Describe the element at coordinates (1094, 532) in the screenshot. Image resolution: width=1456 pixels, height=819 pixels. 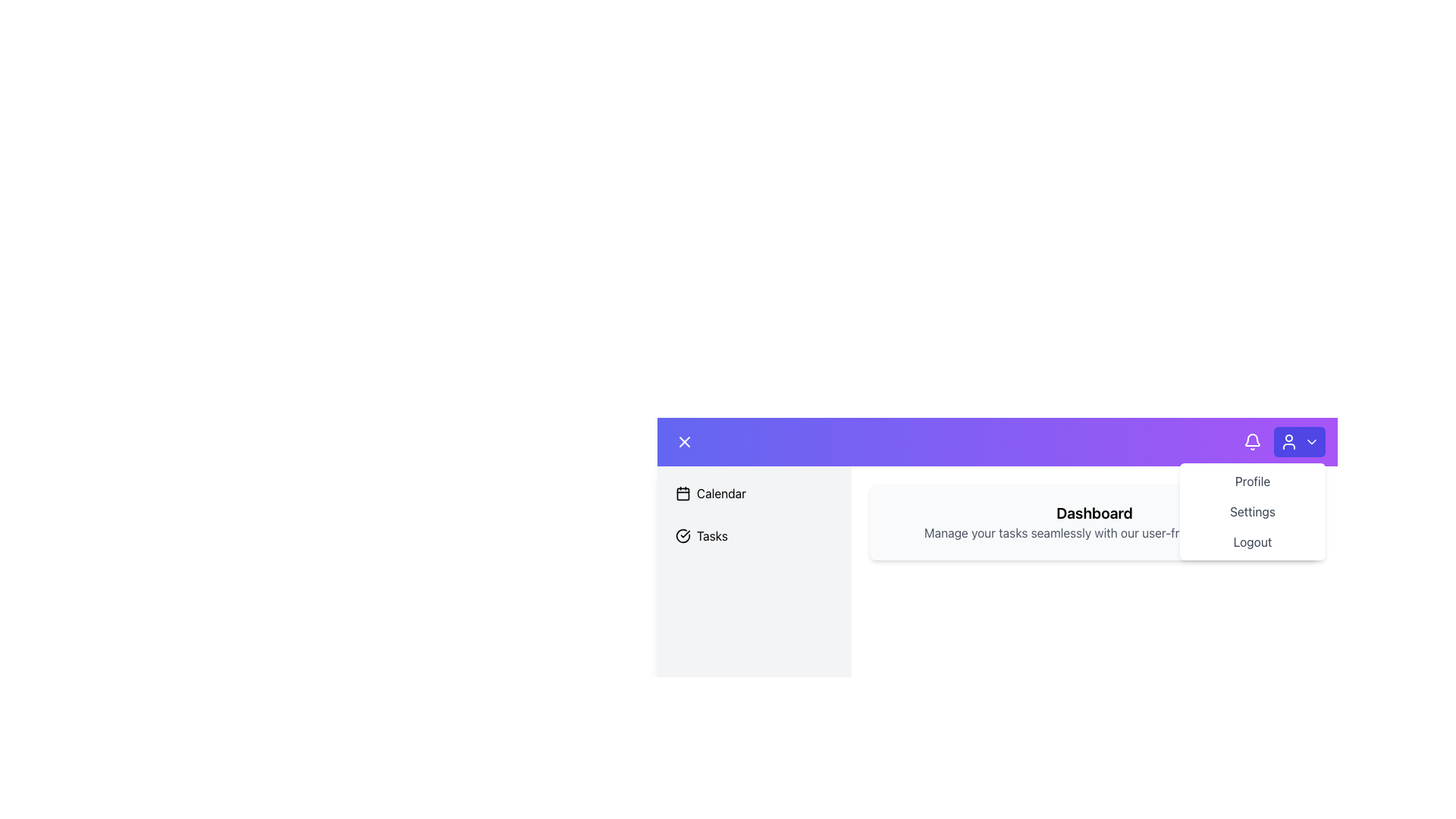
I see `the non-interactive text display that shows the message 'Manage your tasks seamlessly with our user-friendly platform.' This text is styled with gray font color and is positioned below the header 'Dashboard.'` at that location.